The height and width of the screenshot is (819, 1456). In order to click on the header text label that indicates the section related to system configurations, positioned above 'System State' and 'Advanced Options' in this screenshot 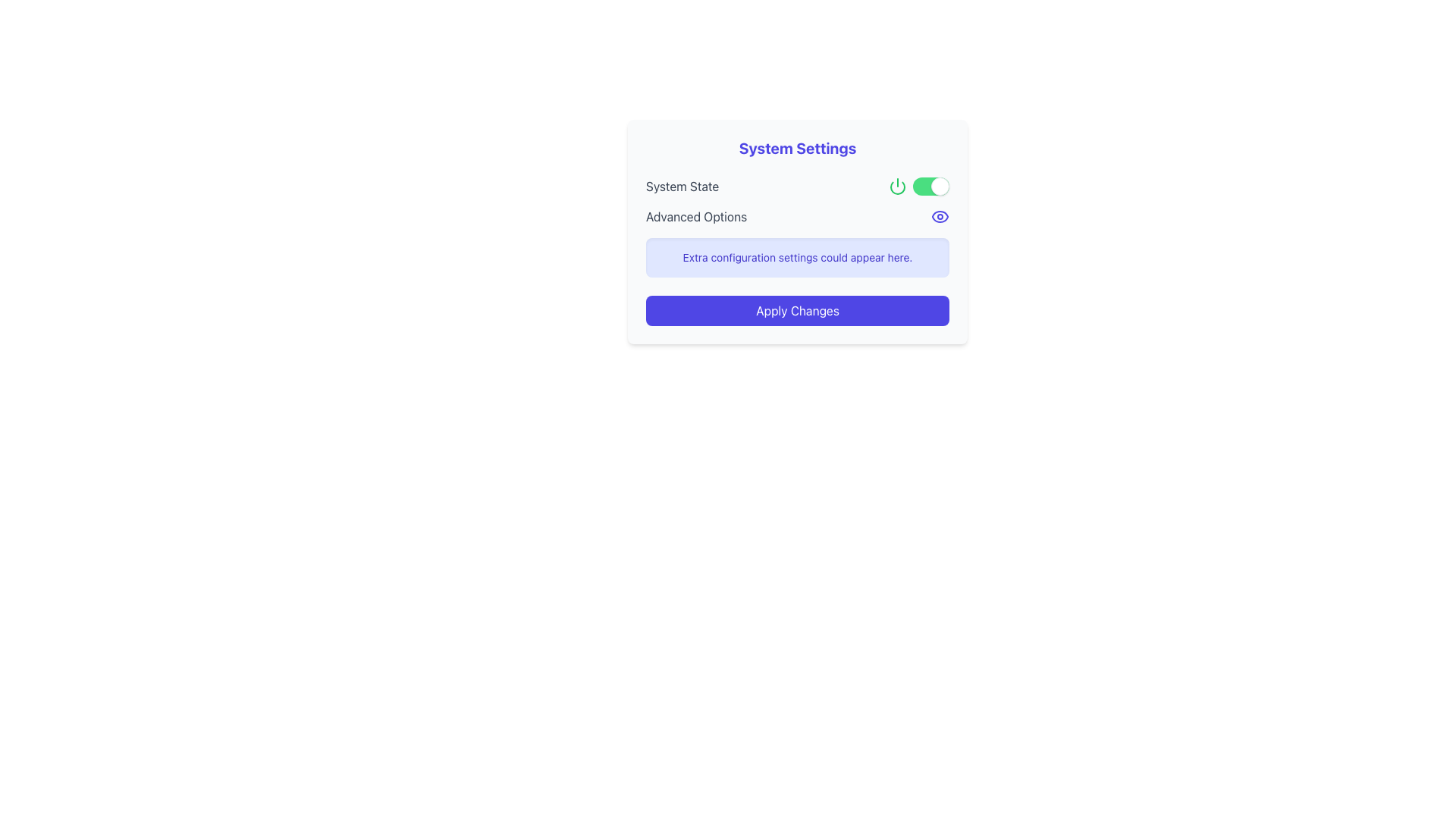, I will do `click(796, 149)`.